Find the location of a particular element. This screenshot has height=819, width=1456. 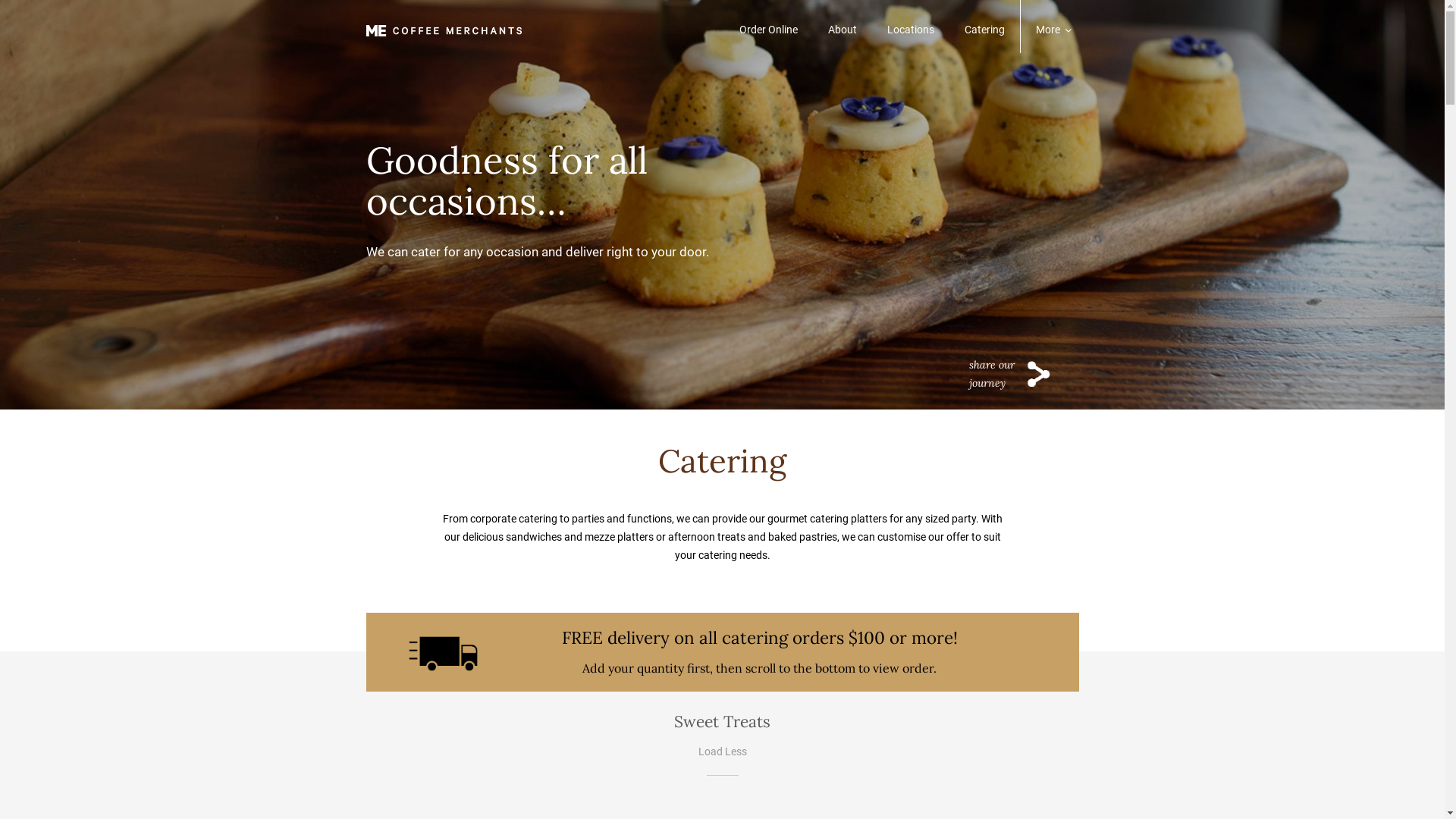

'More' is located at coordinates (1049, 29).